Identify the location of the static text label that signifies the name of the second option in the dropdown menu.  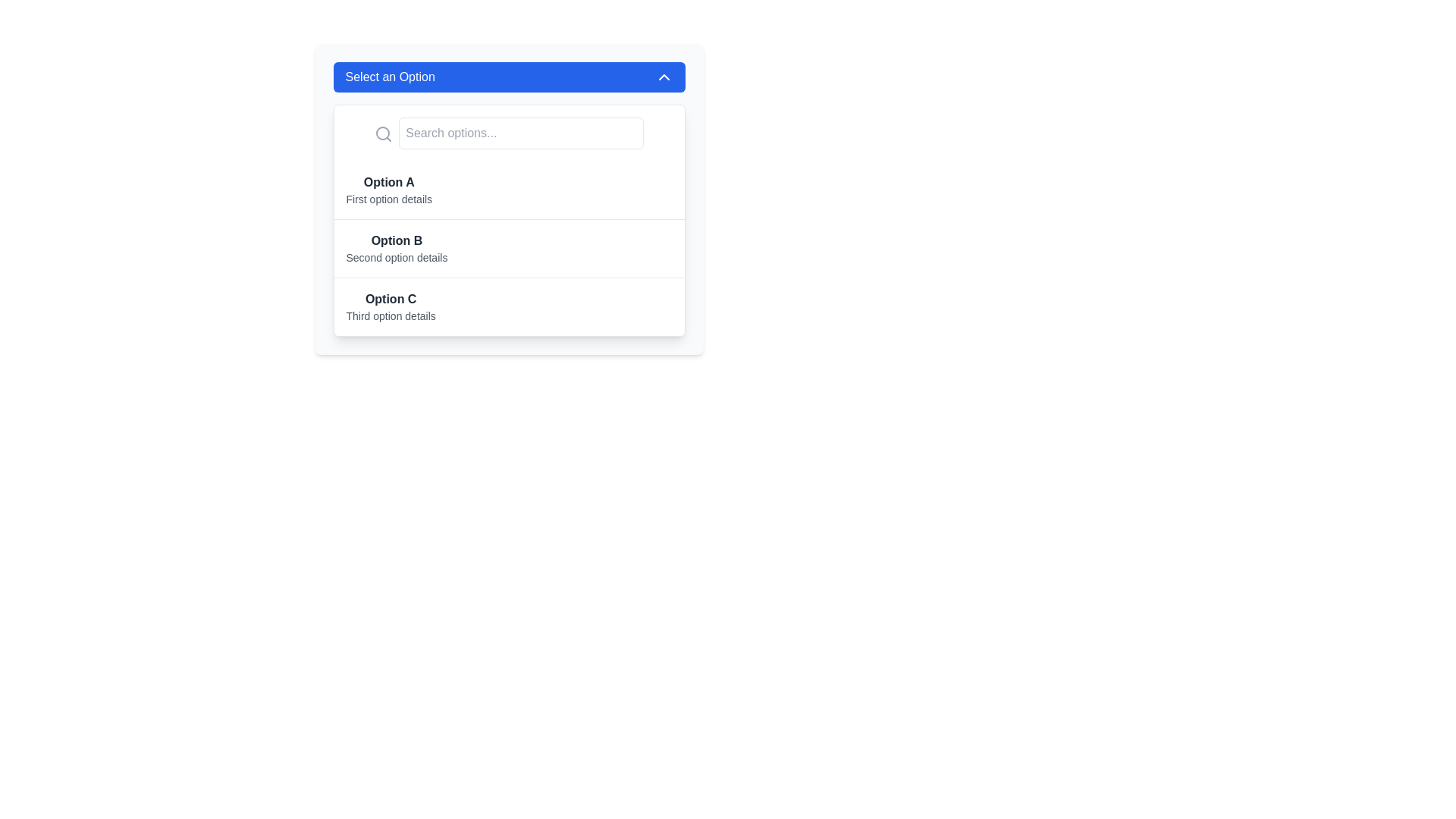
(397, 240).